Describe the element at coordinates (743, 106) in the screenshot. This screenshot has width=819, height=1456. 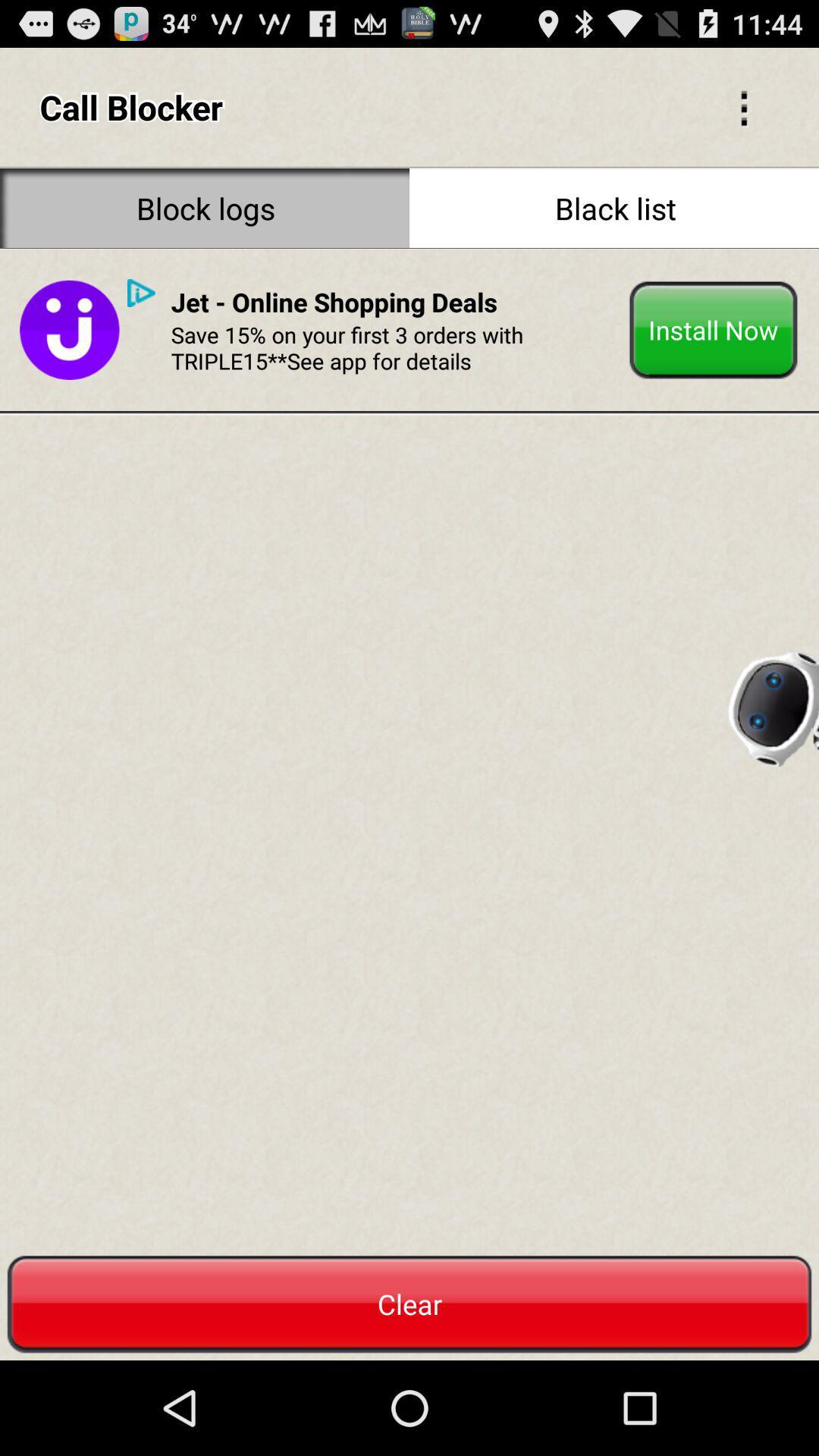
I see `the button call blocker` at that location.